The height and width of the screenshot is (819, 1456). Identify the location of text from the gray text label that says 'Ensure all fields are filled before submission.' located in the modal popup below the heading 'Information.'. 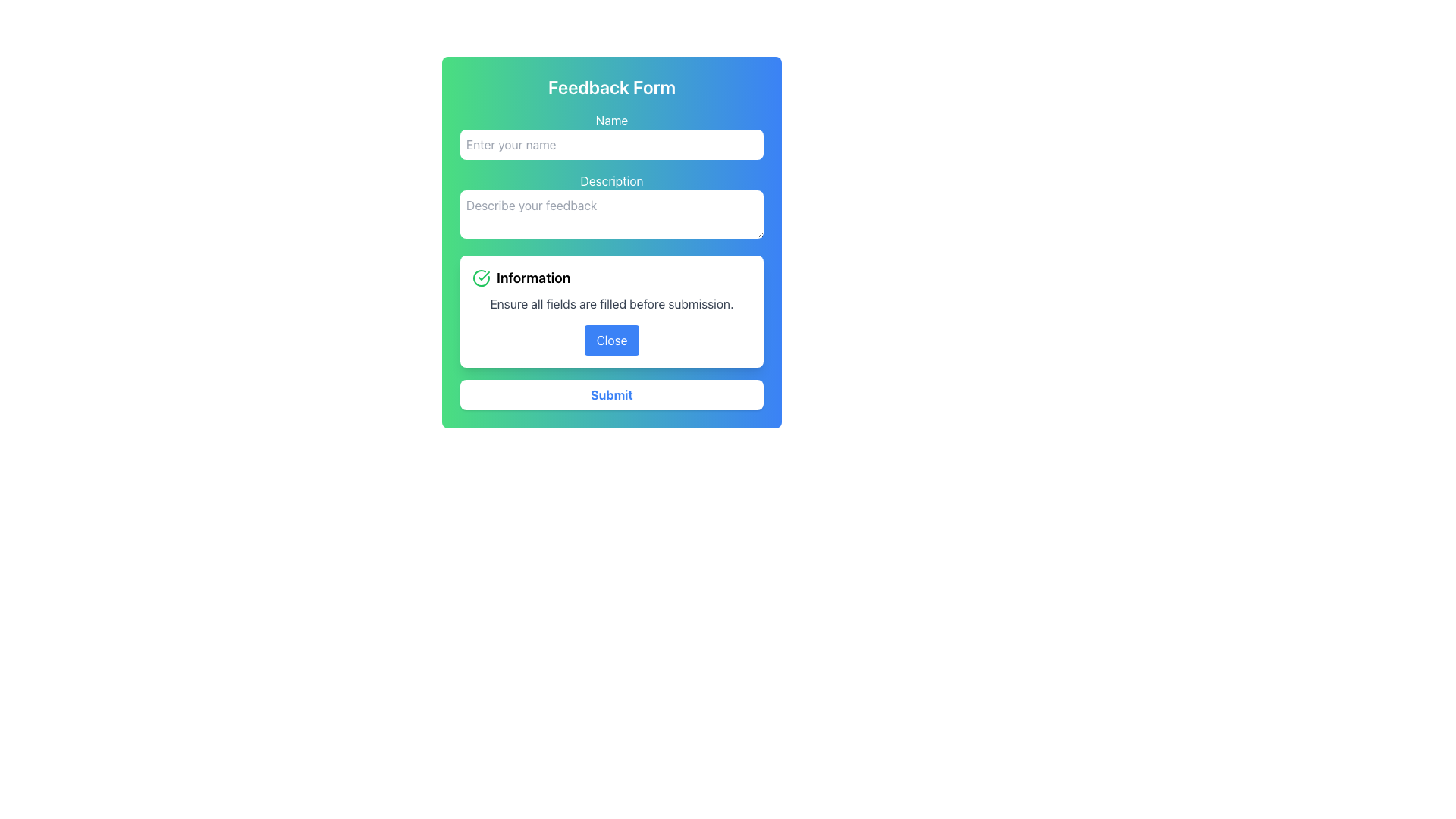
(611, 304).